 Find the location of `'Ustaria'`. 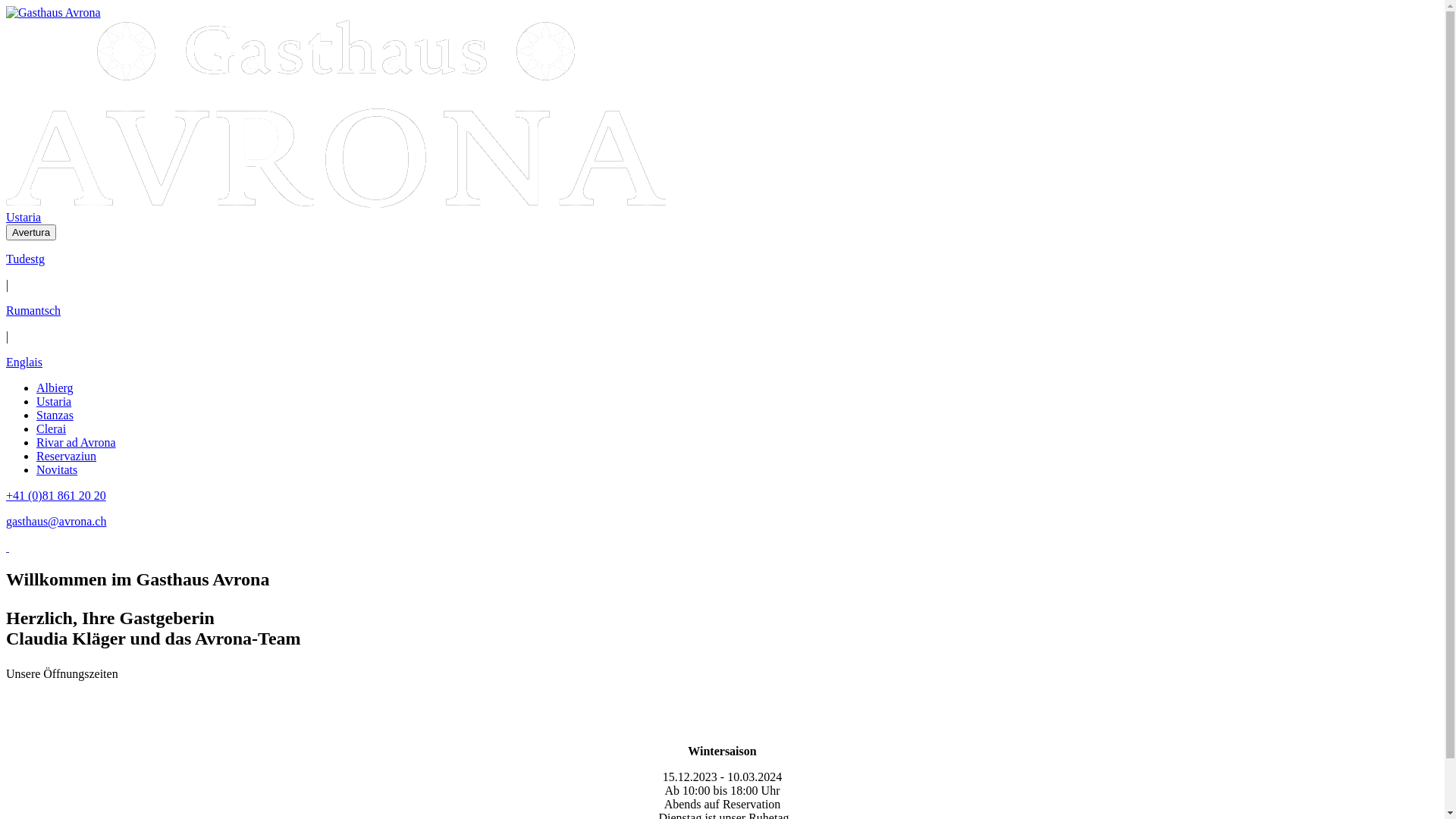

'Ustaria' is located at coordinates (23, 217).